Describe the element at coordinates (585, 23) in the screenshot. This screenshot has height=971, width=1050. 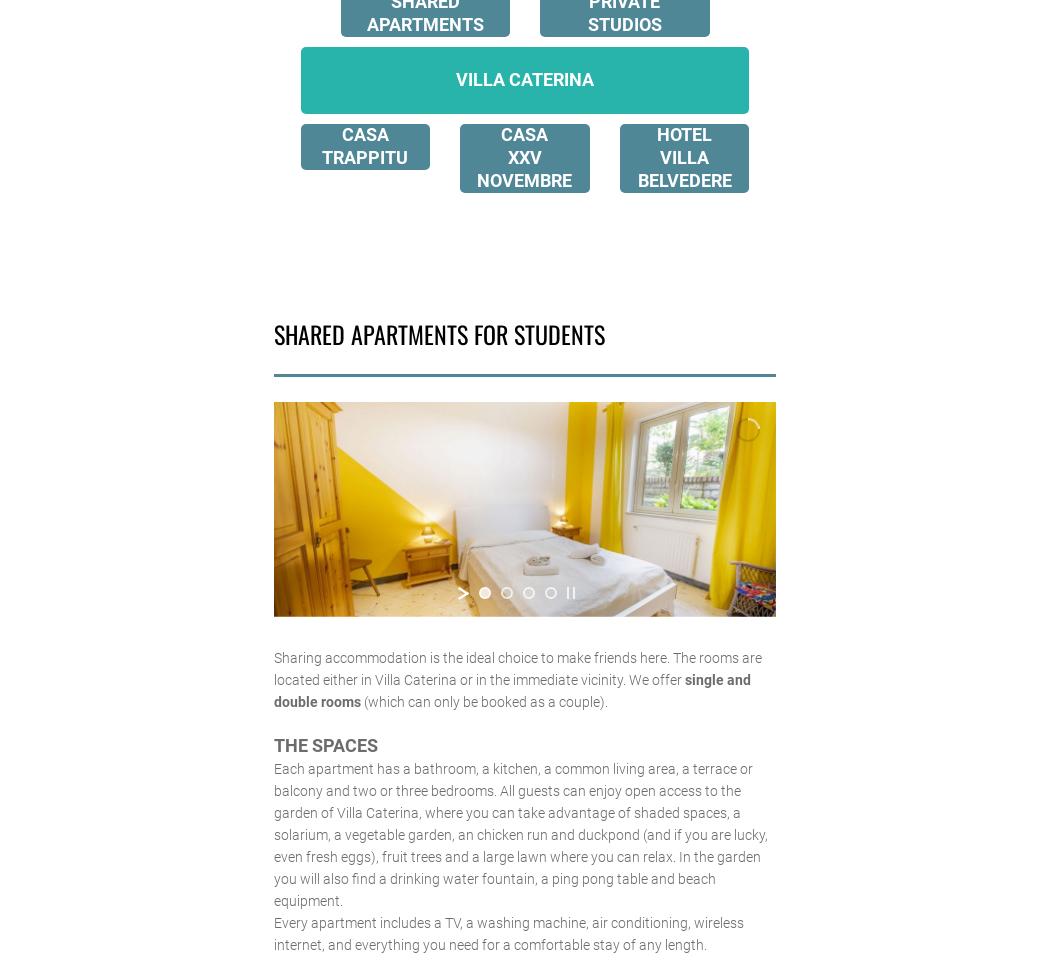
I see `'STUDIOS'` at that location.